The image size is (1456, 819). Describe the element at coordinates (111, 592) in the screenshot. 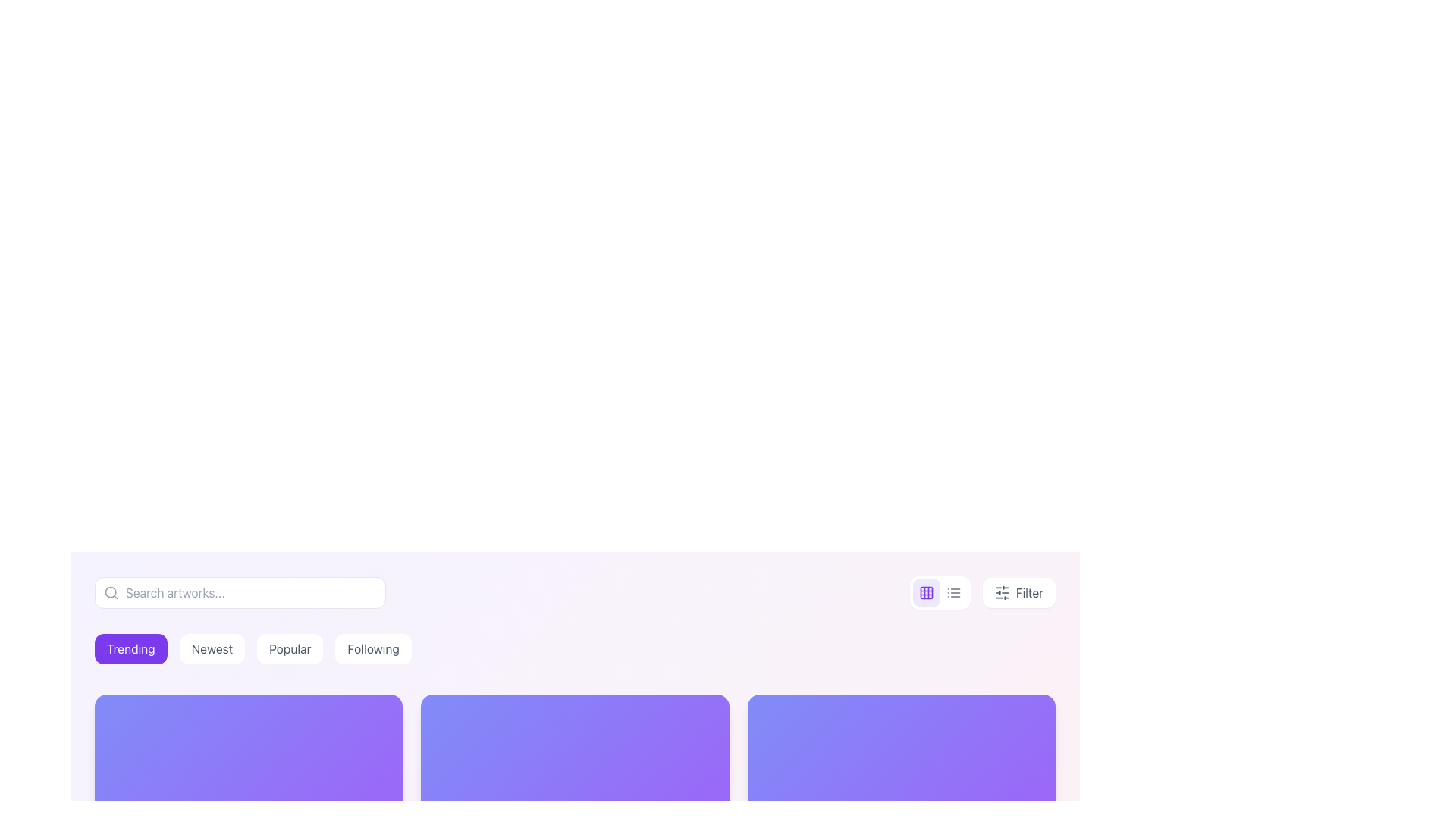

I see `the magnifying glass icon, which denotes the search function, located on the left side of the text input field with the placeholder 'Search artworks...'` at that location.